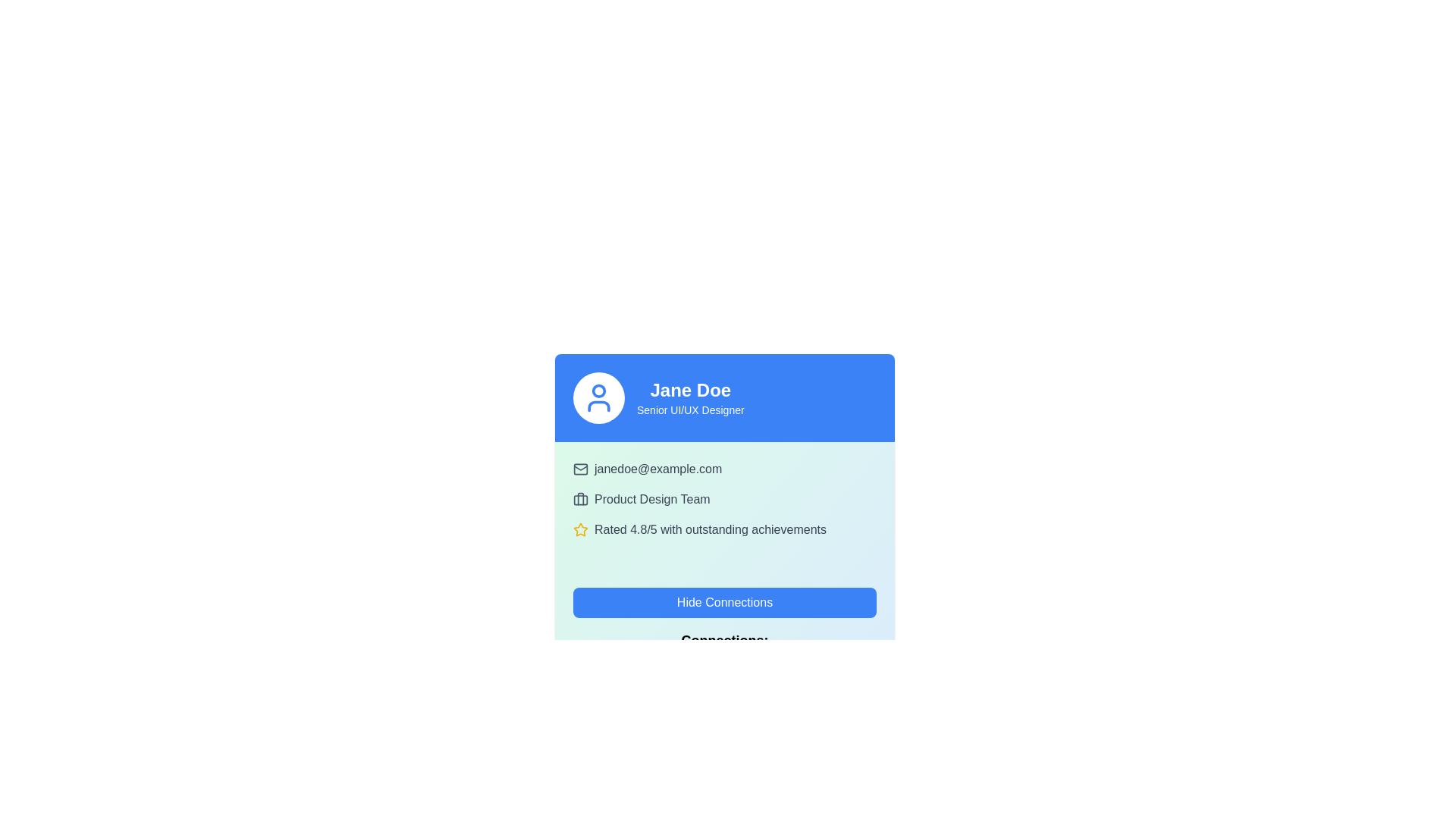 This screenshot has height=819, width=1456. Describe the element at coordinates (598, 397) in the screenshot. I see `the Profile picture icon, which is a circular button with a white background and a blue user icon, located in the top-left corner of the profile card` at that location.